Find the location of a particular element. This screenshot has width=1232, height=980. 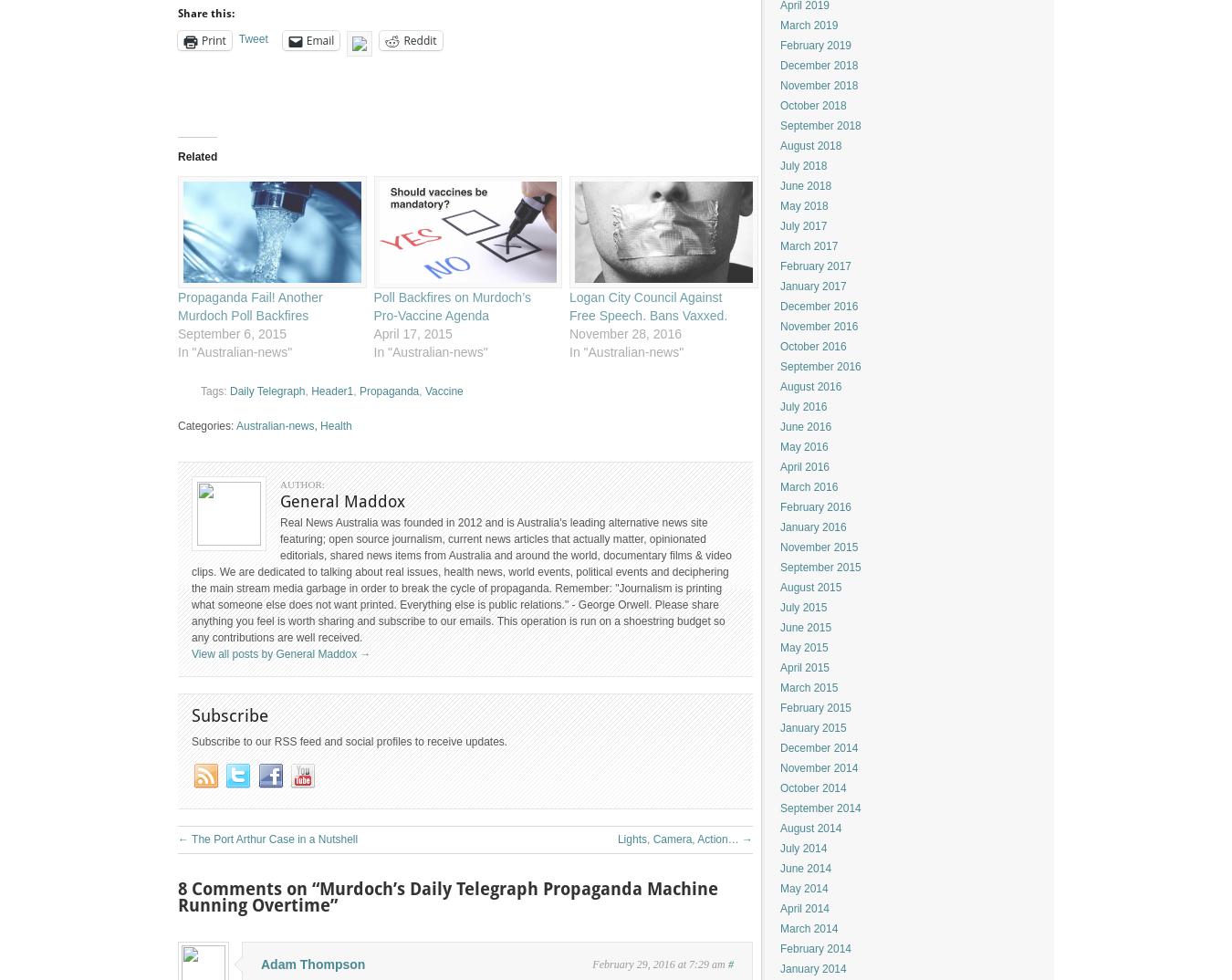

'Adam Thompson' is located at coordinates (260, 964).